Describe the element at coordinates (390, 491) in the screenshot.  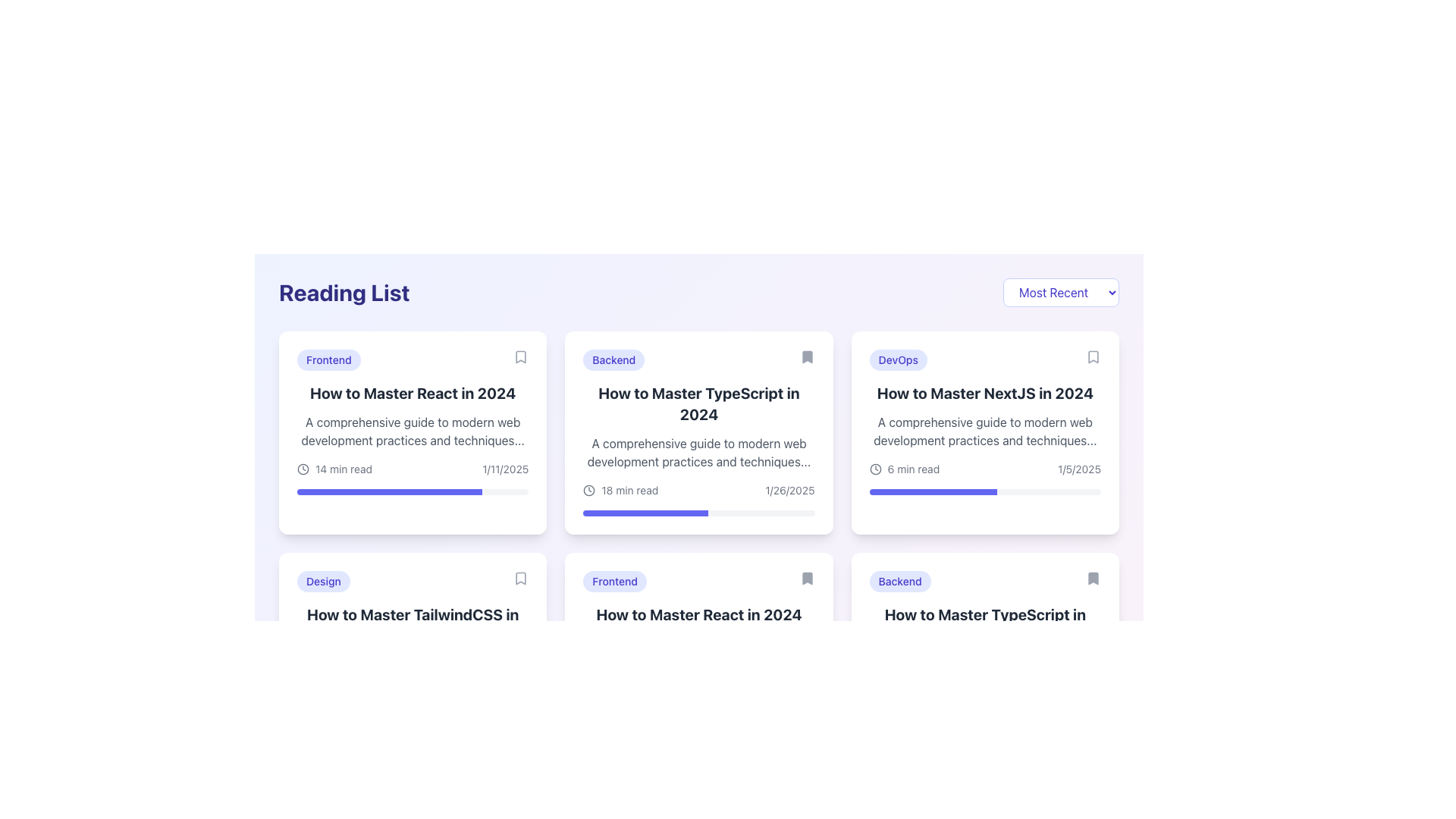
I see `the progress bar located at the bottom of the top-left card in the 'Reading List' section, which is styled with rounded edges and has an indigo filled portion` at that location.